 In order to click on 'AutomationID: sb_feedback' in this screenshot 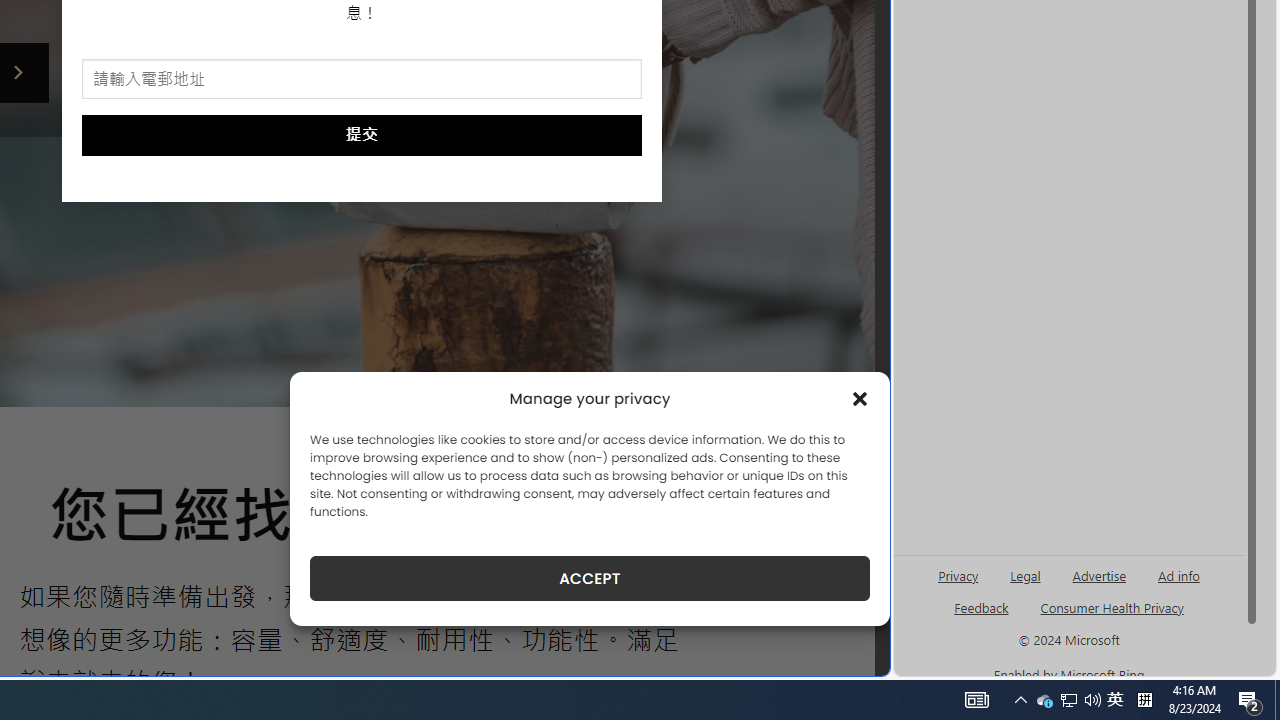, I will do `click(981, 606)`.